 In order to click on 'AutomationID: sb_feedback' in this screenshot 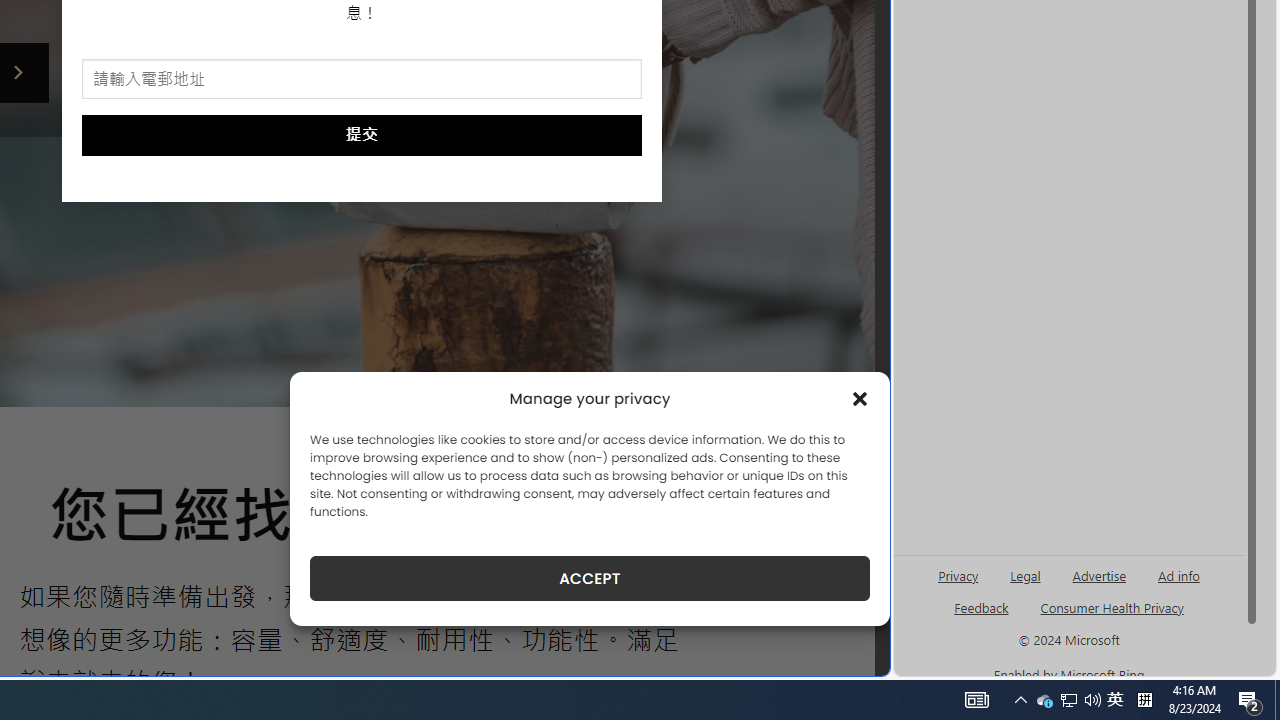, I will do `click(981, 606)`.